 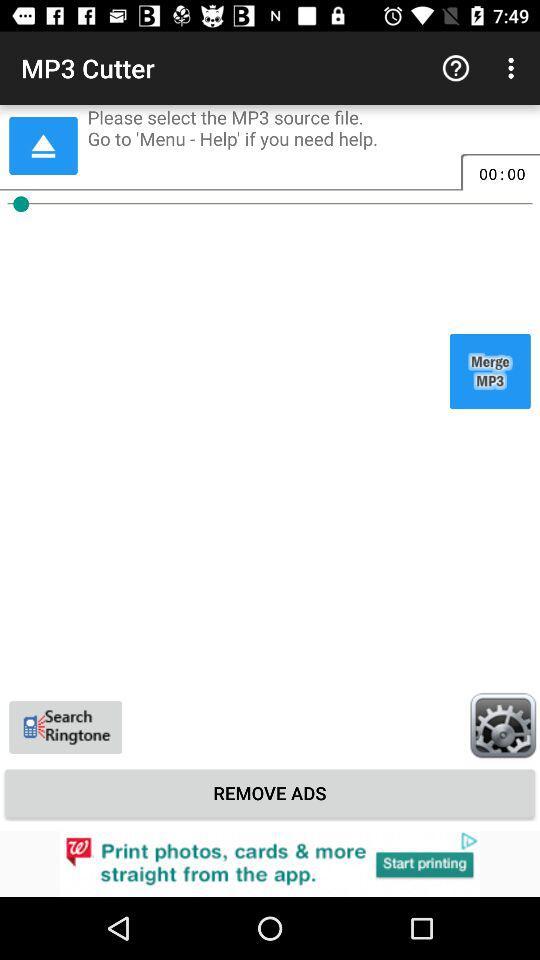 What do you see at coordinates (270, 863) in the screenshot?
I see `click the advertisement at bottom` at bounding box center [270, 863].